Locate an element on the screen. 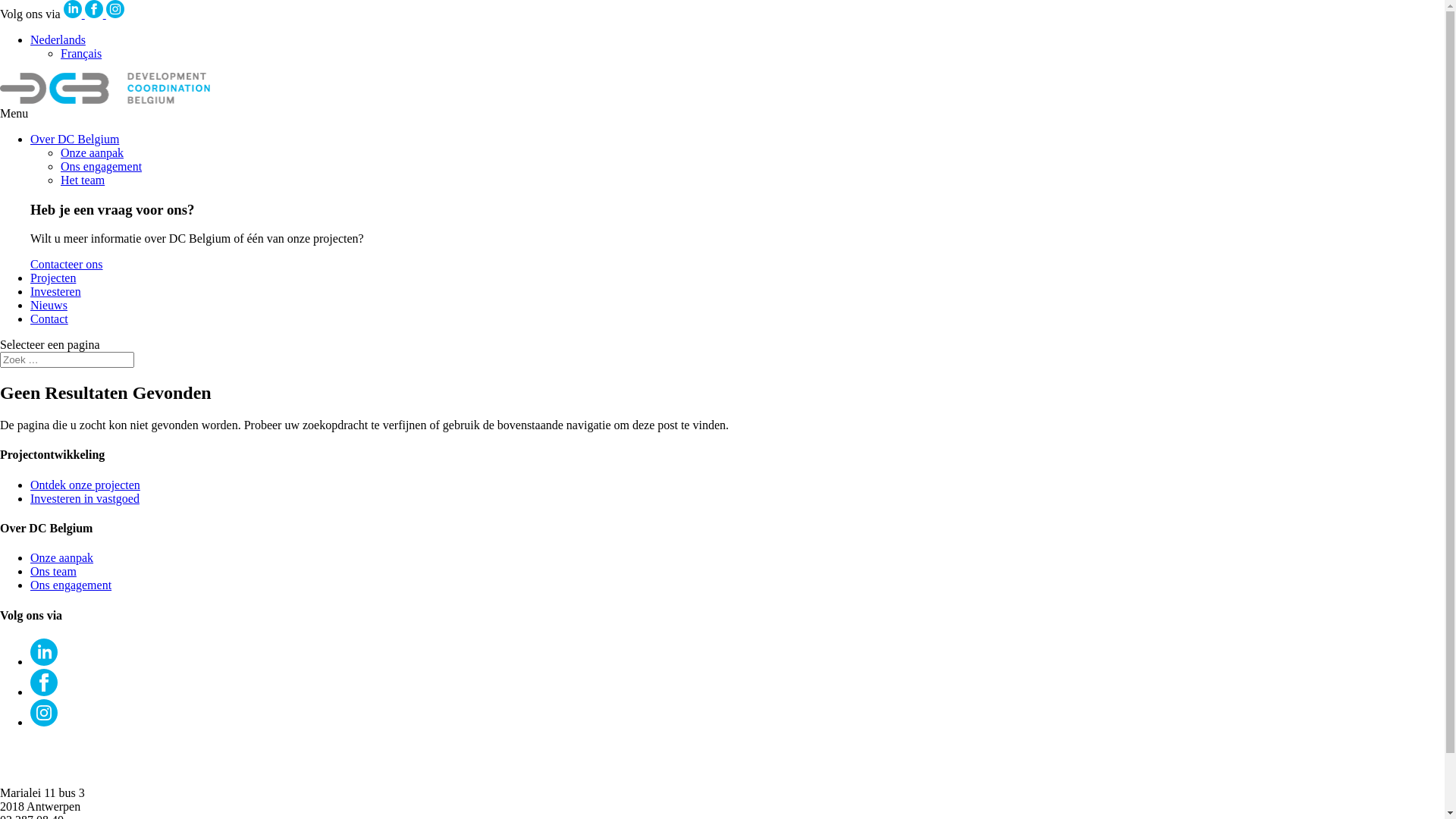 This screenshot has height=819, width=1456. 'Nederlands' is located at coordinates (58, 39).